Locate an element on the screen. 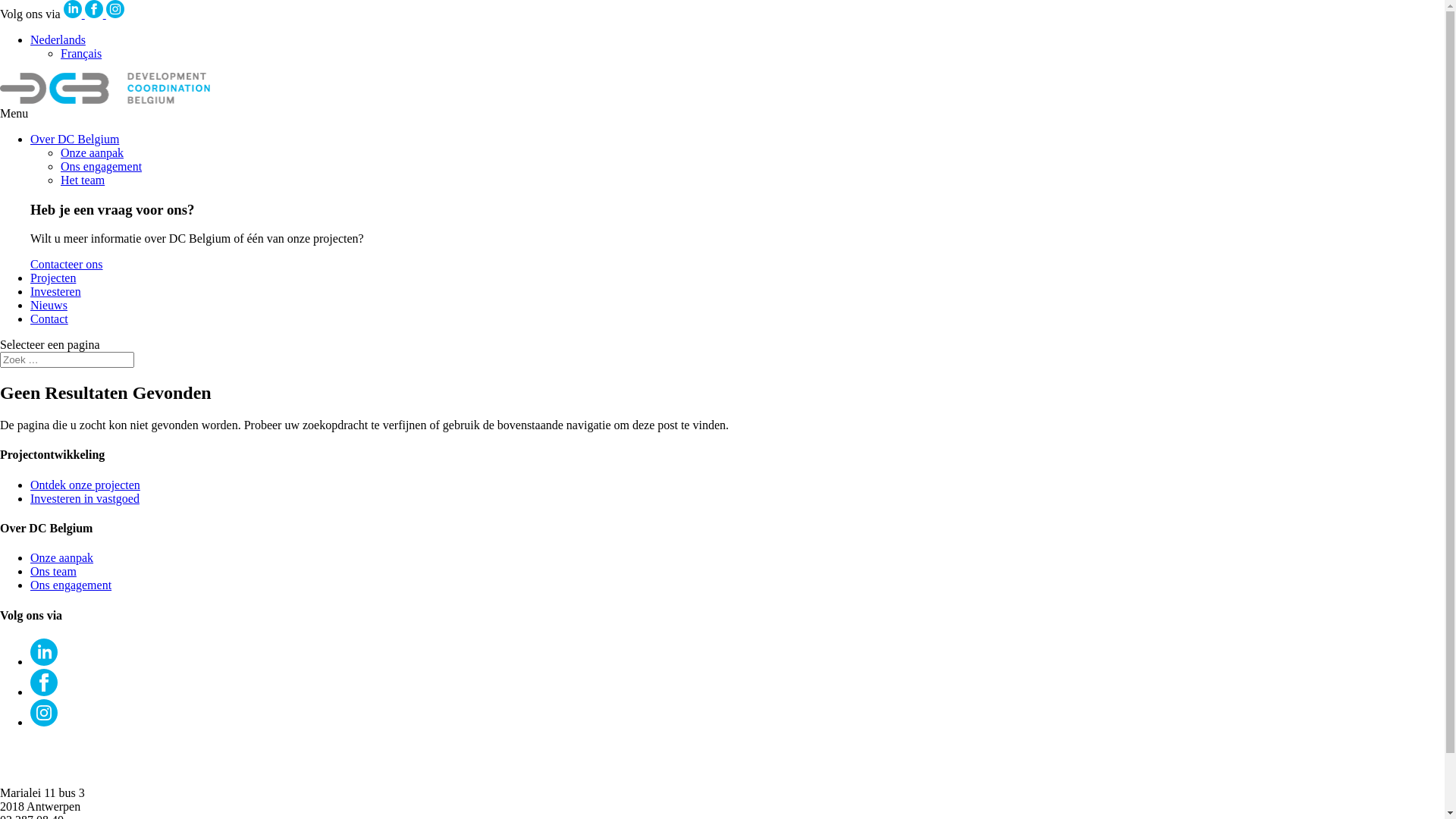 This screenshot has height=819, width=1456. 'Nederlands' is located at coordinates (58, 39).